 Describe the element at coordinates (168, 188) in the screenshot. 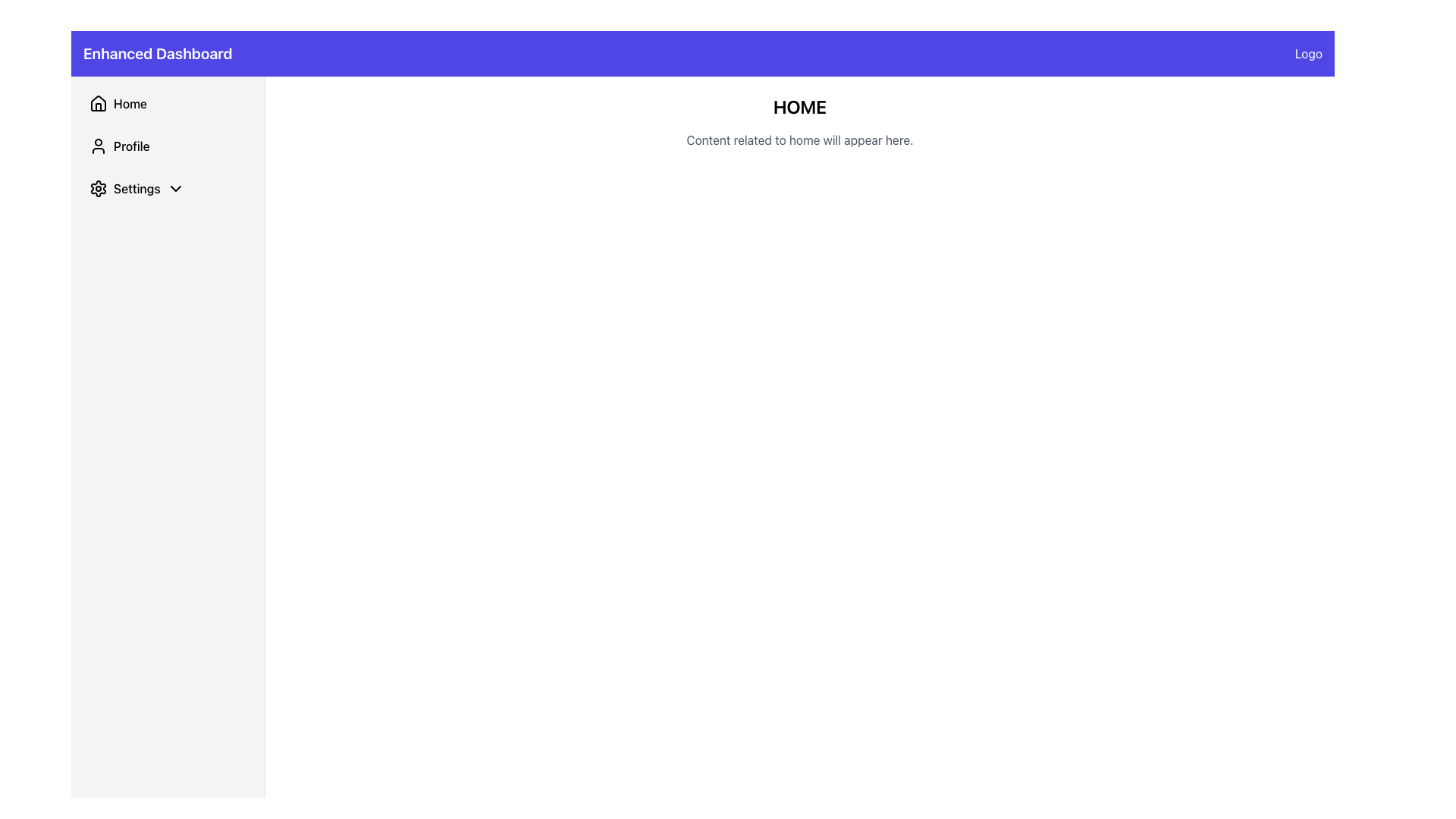

I see `the settings menu item located at the bottom of the vertical navigation menu` at that location.